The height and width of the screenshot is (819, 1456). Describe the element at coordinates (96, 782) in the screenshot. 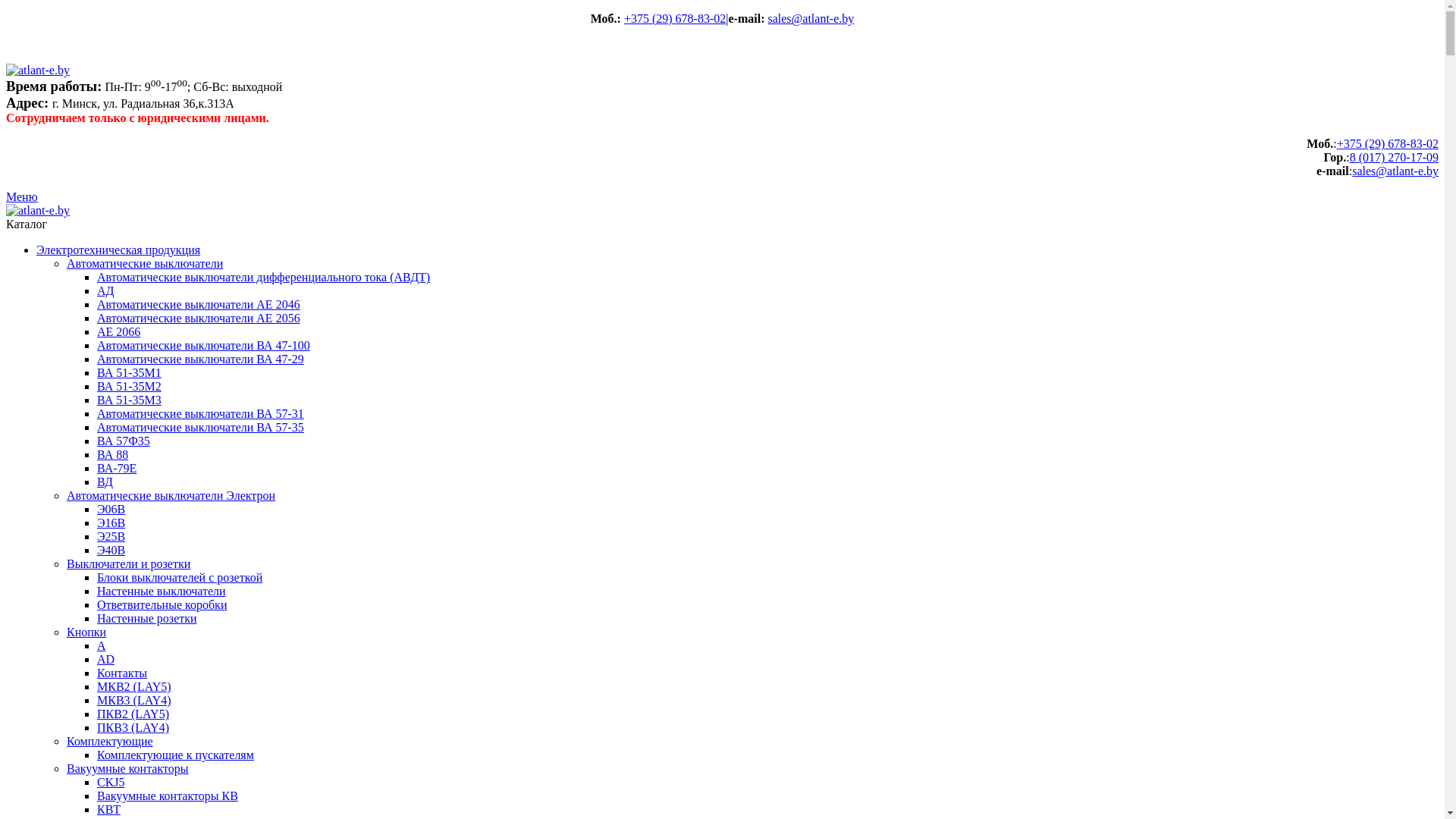

I see `'CKJ5'` at that location.